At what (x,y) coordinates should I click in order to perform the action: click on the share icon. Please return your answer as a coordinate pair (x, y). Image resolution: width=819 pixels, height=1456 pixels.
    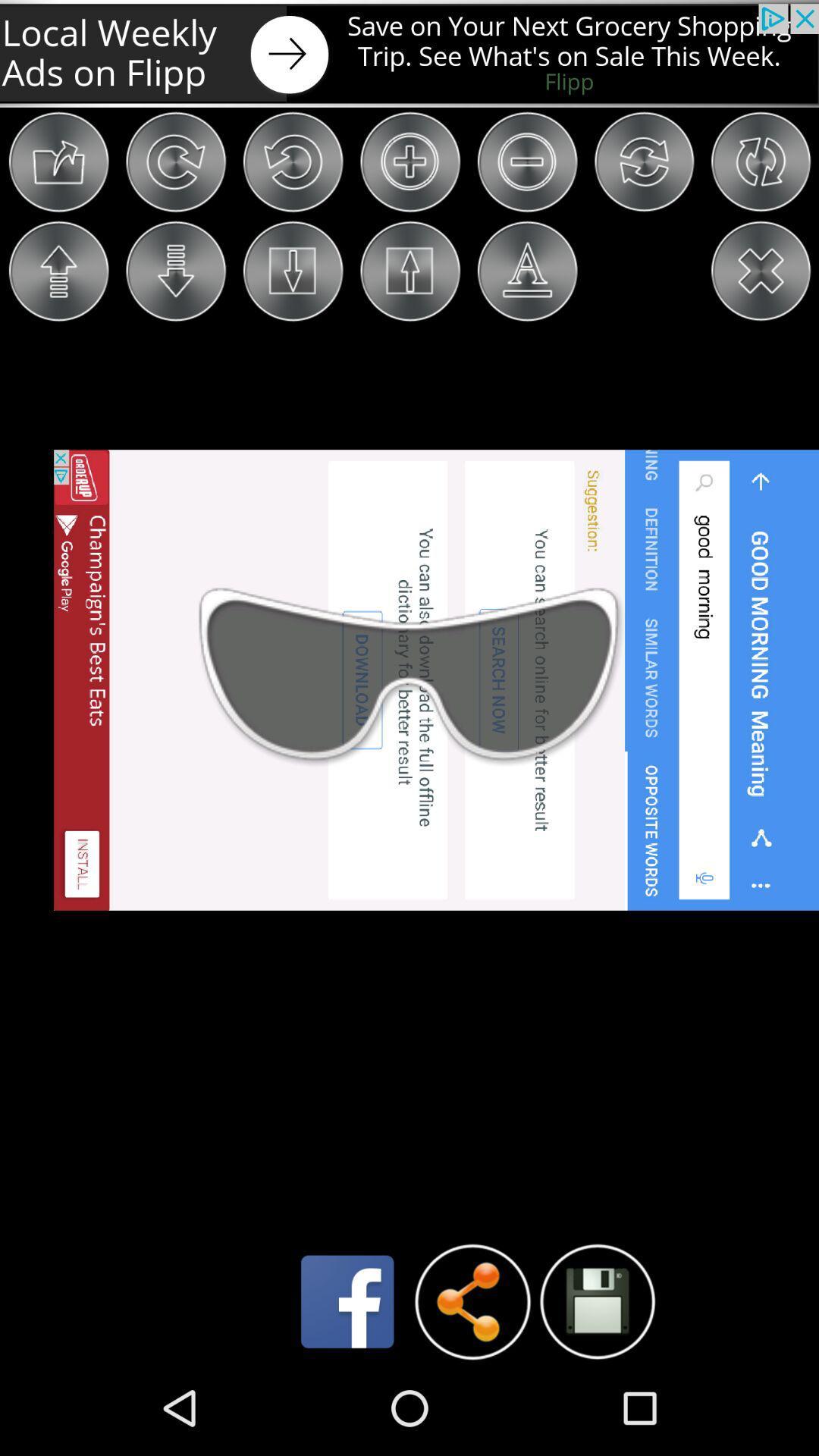
    Looking at the image, I should click on (472, 1393).